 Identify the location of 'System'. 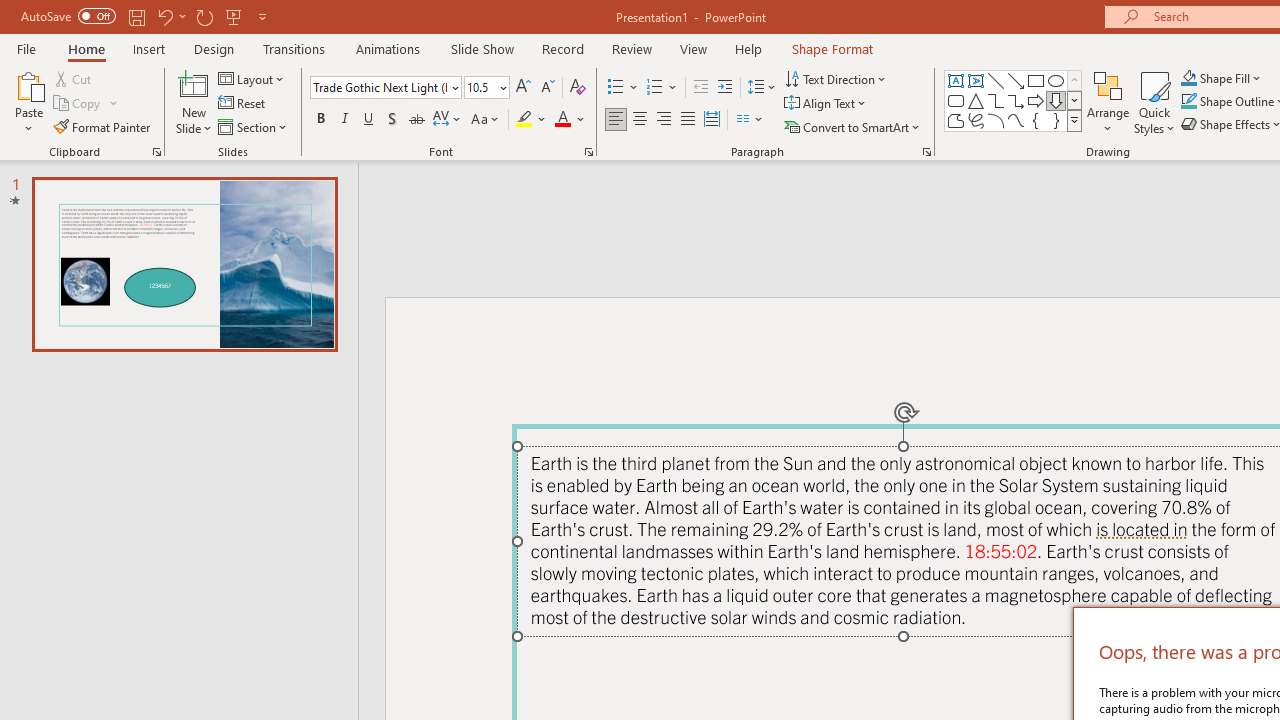
(10, 11).